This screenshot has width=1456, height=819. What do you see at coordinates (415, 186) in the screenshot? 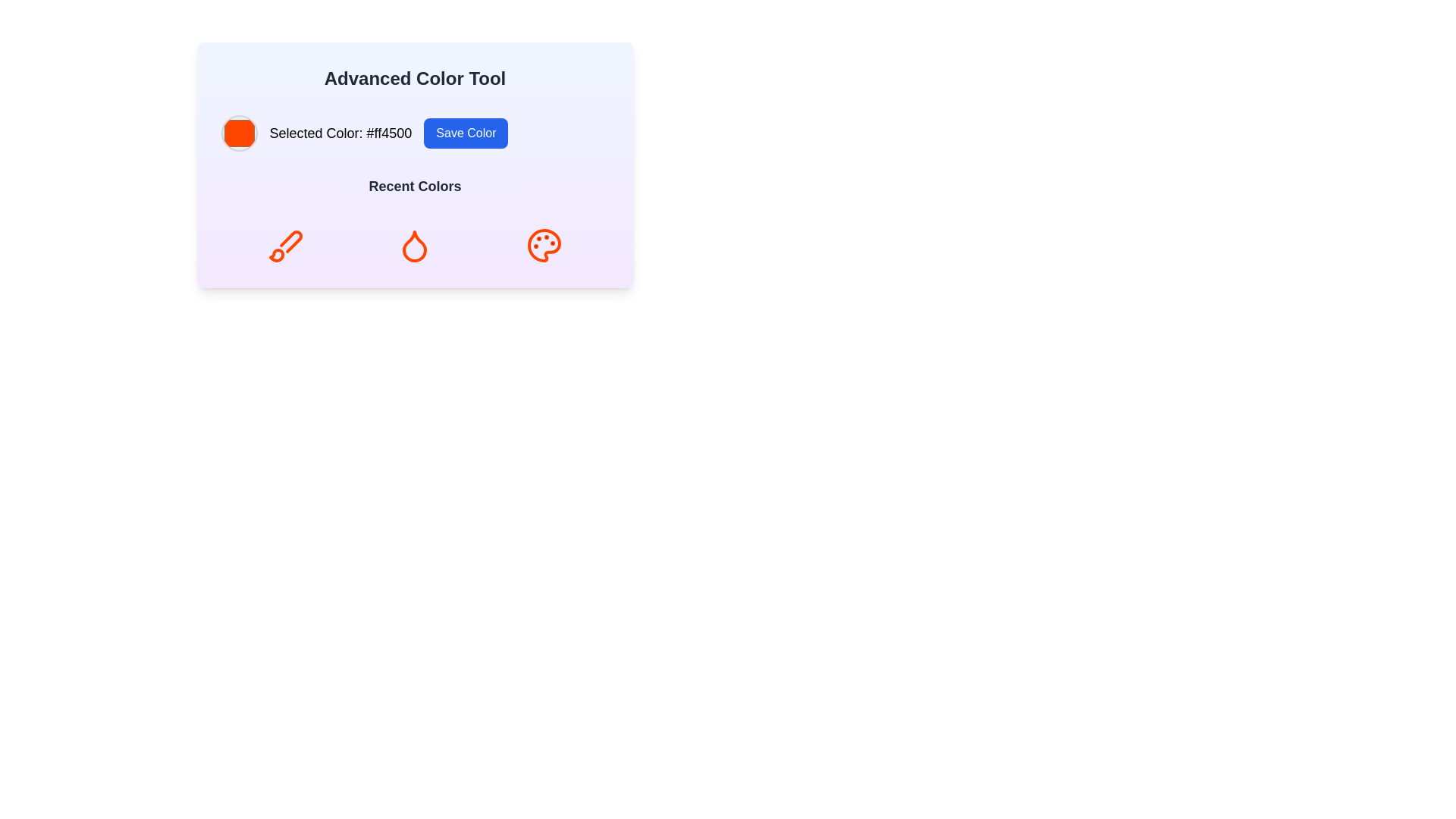
I see `the 'Recent Colors' text label, which is a large, bold gray font on a light background, located just below the main title section` at bounding box center [415, 186].